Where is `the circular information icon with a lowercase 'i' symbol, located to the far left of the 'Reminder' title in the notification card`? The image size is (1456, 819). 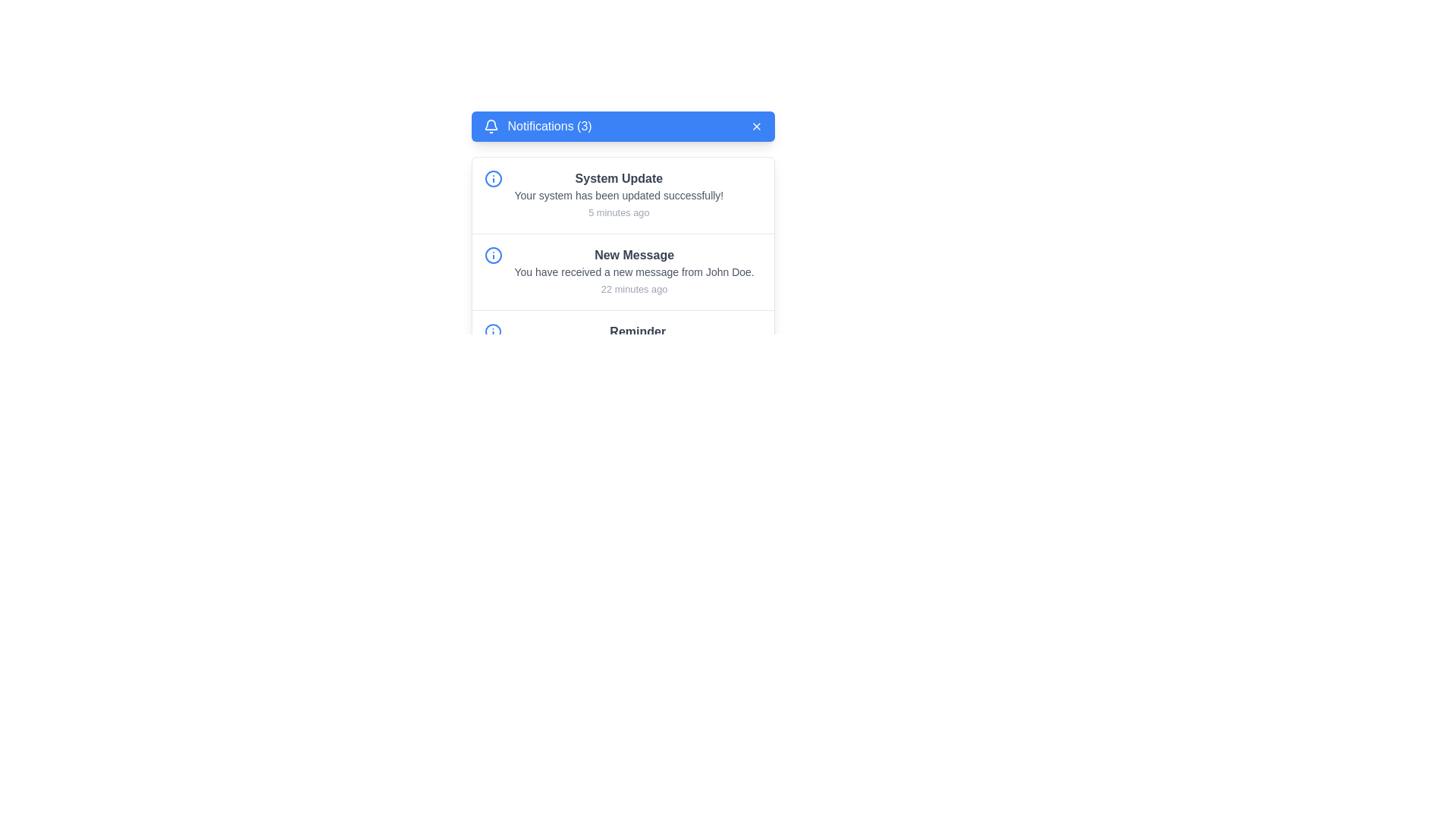
the circular information icon with a lowercase 'i' symbol, located to the far left of the 'Reminder' title in the notification card is located at coordinates (493, 331).